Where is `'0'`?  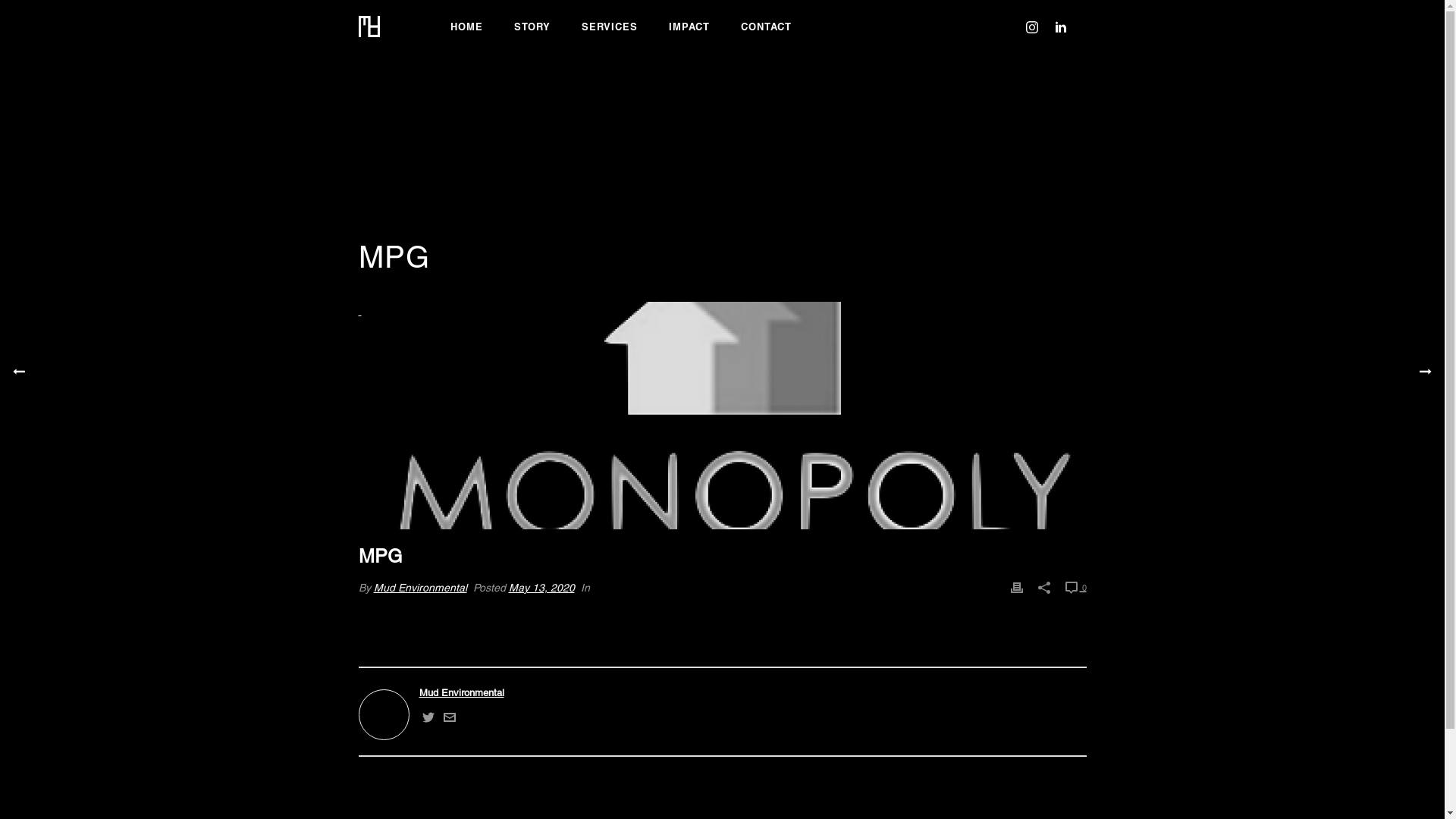
'0' is located at coordinates (1074, 587).